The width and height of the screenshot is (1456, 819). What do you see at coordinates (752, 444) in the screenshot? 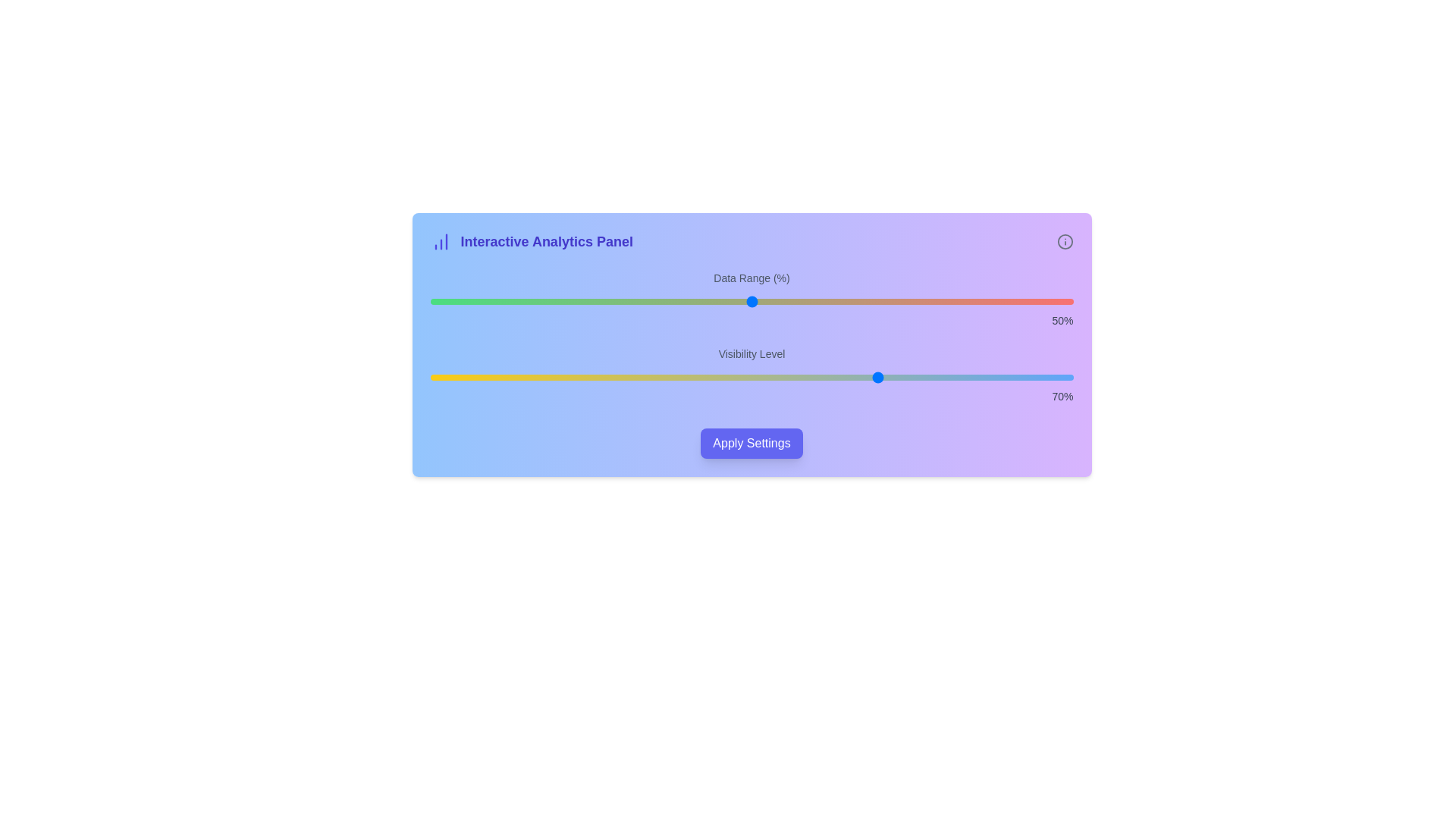
I see `'Apply Settings' button to apply the current settings` at bounding box center [752, 444].